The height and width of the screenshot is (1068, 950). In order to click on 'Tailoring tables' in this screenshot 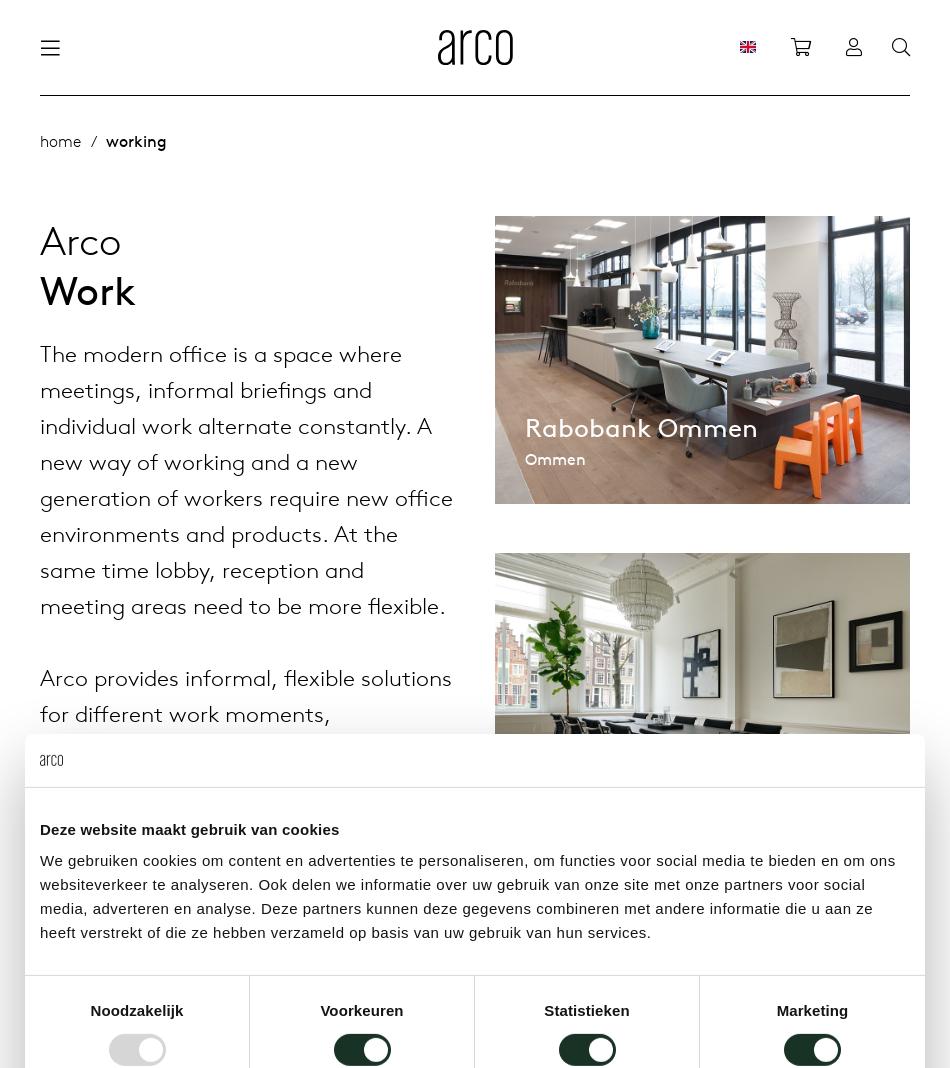, I will do `click(364, 568)`.